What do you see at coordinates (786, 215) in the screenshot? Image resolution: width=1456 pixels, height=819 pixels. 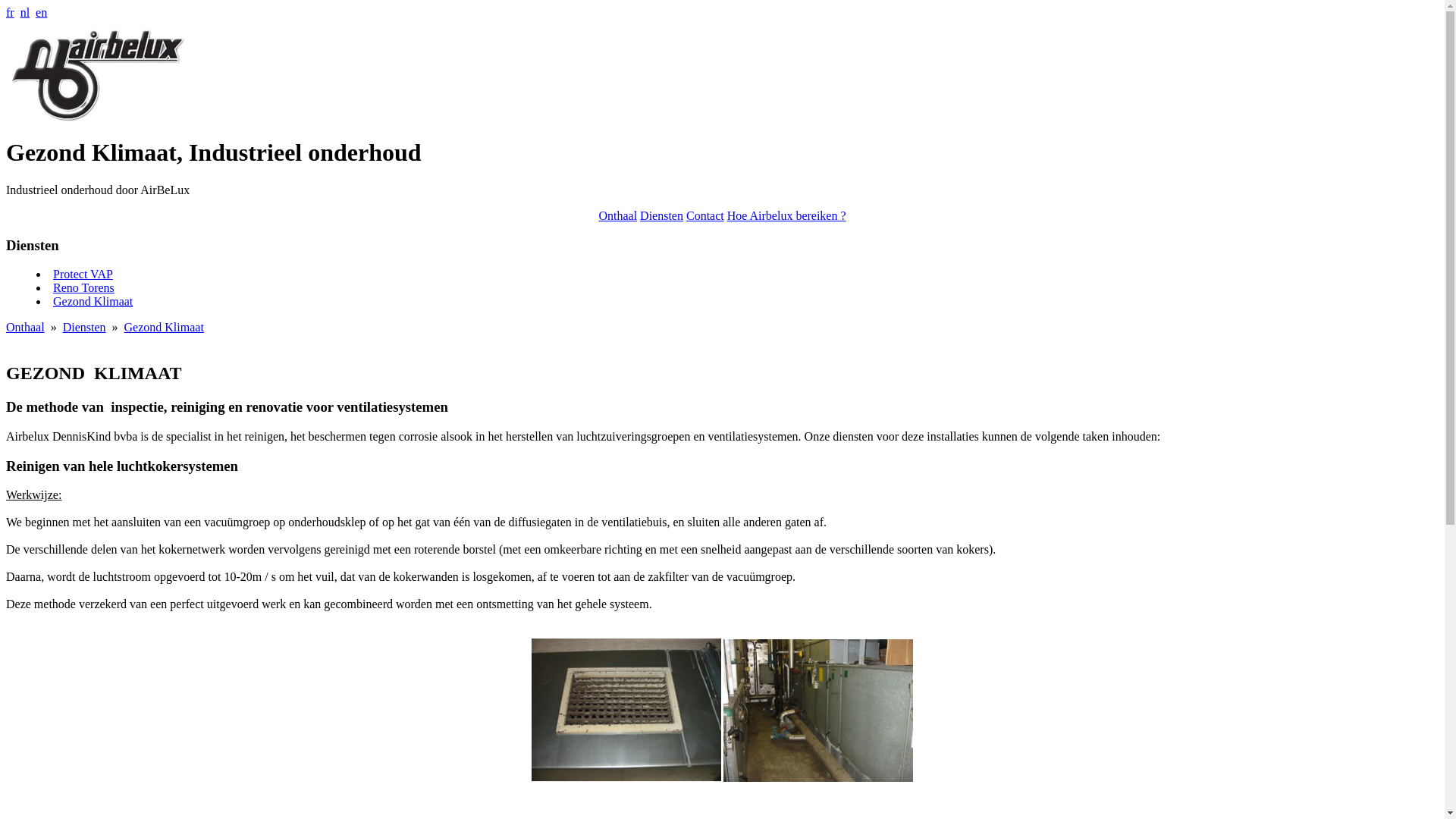 I see `'Hoe Airbelux bereiken ?'` at bounding box center [786, 215].